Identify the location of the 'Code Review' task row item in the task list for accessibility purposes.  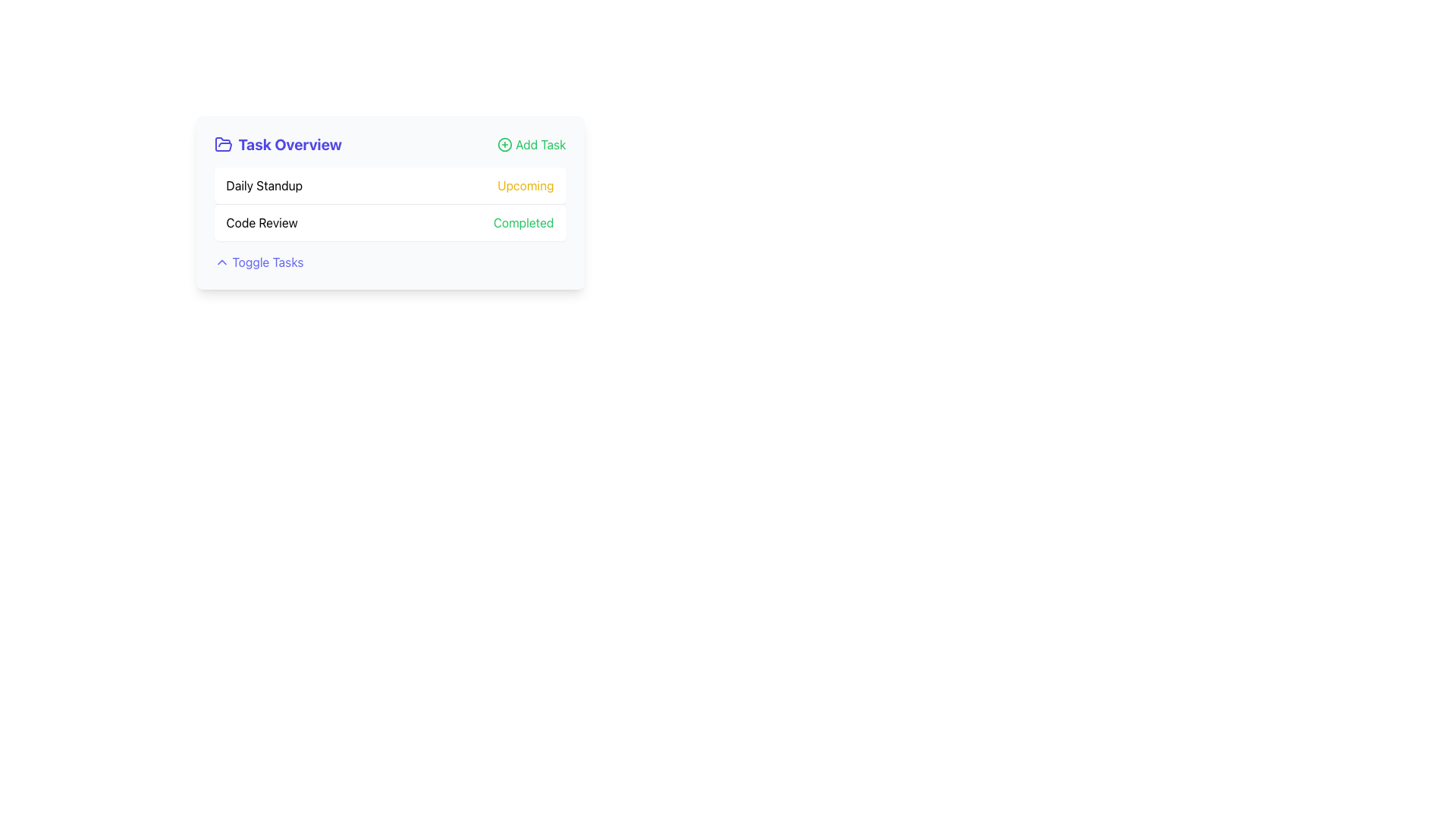
(390, 222).